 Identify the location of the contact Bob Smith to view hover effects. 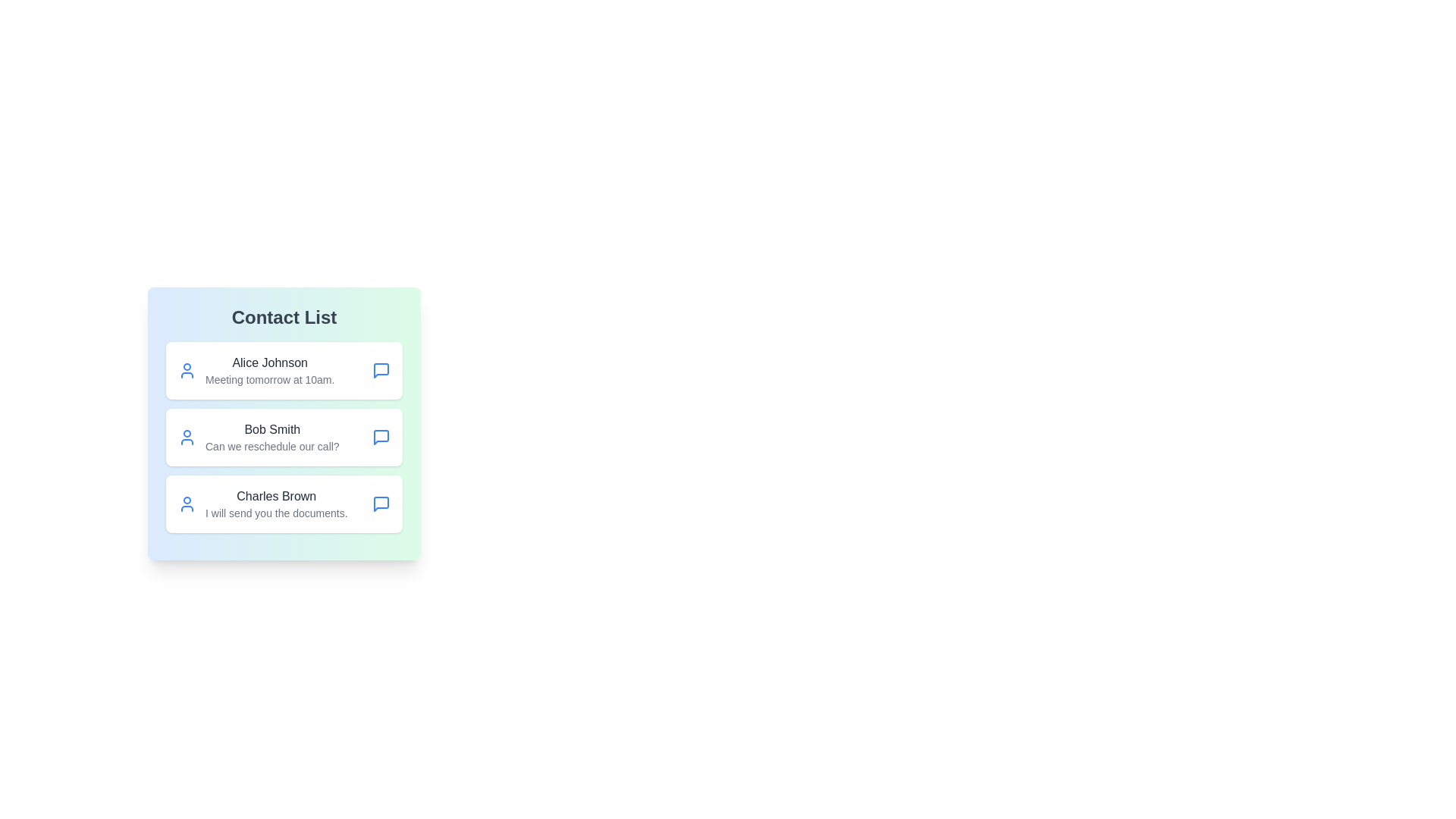
(284, 438).